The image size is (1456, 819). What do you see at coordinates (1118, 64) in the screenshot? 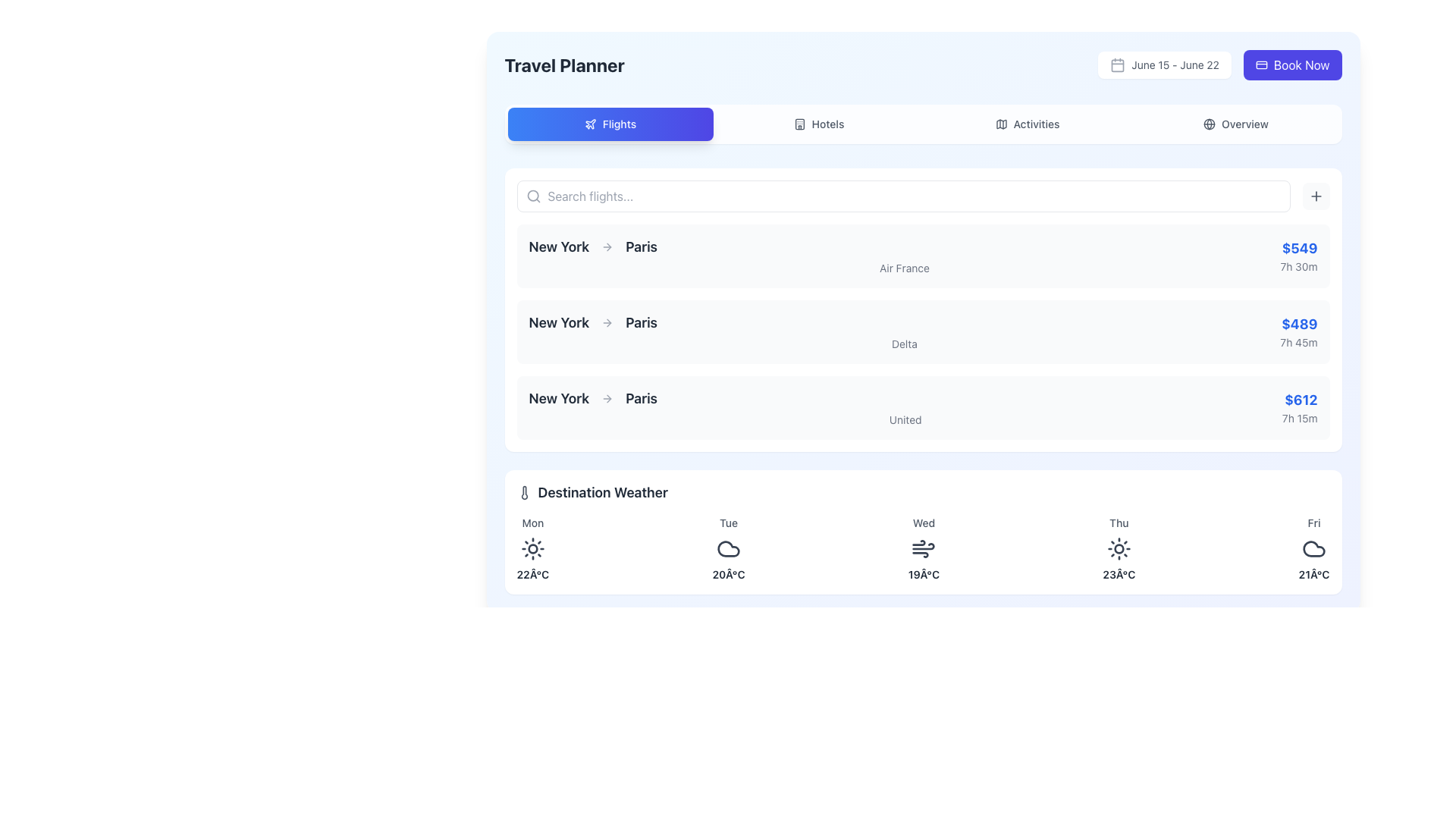
I see `the calendar icon located in the upper-right corner of the interface, which is to the left of the text 'June 15 - June 22.'` at bounding box center [1118, 64].